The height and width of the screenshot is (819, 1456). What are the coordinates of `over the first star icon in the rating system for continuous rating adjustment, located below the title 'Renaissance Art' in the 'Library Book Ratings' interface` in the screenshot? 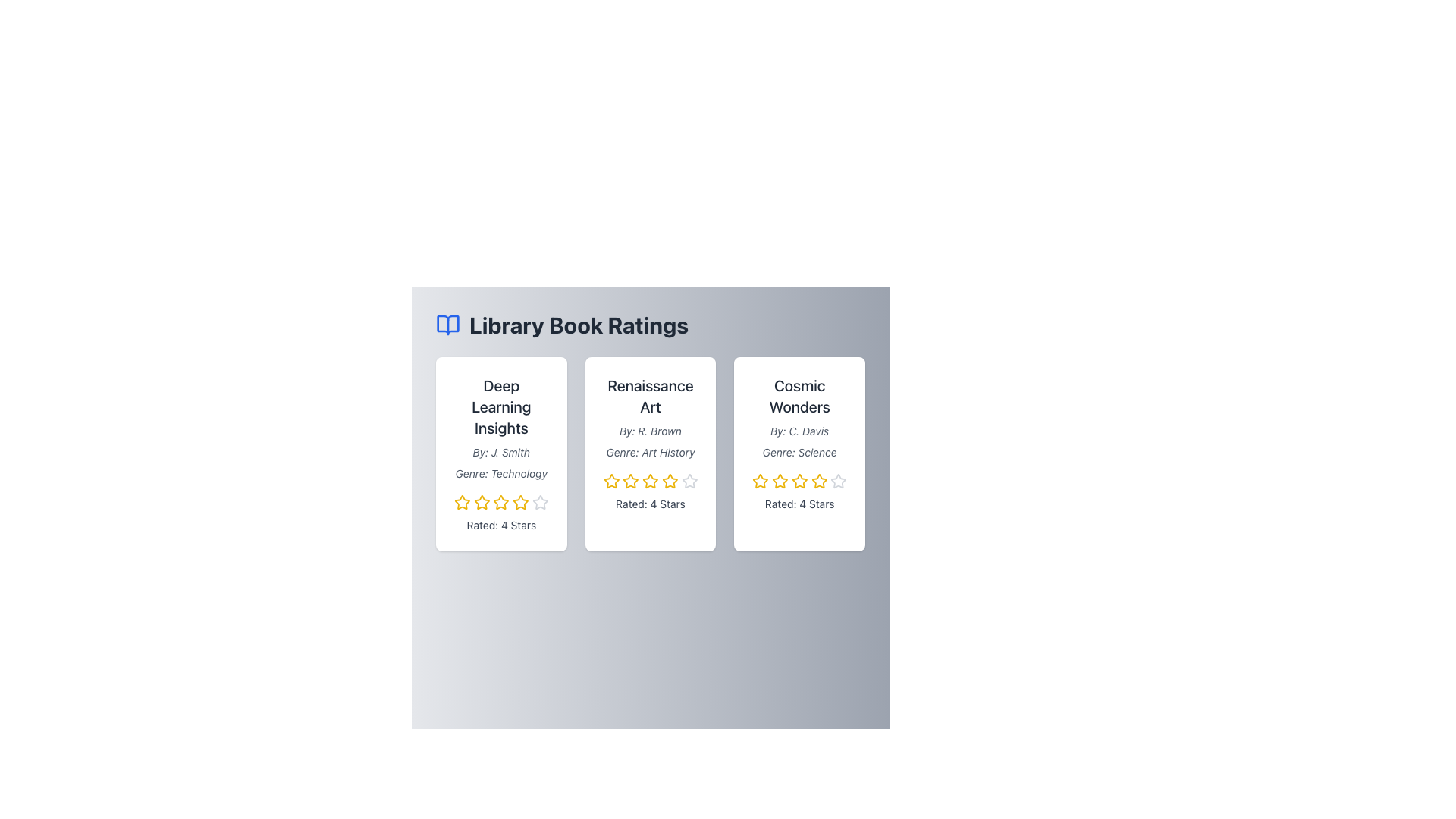 It's located at (611, 482).